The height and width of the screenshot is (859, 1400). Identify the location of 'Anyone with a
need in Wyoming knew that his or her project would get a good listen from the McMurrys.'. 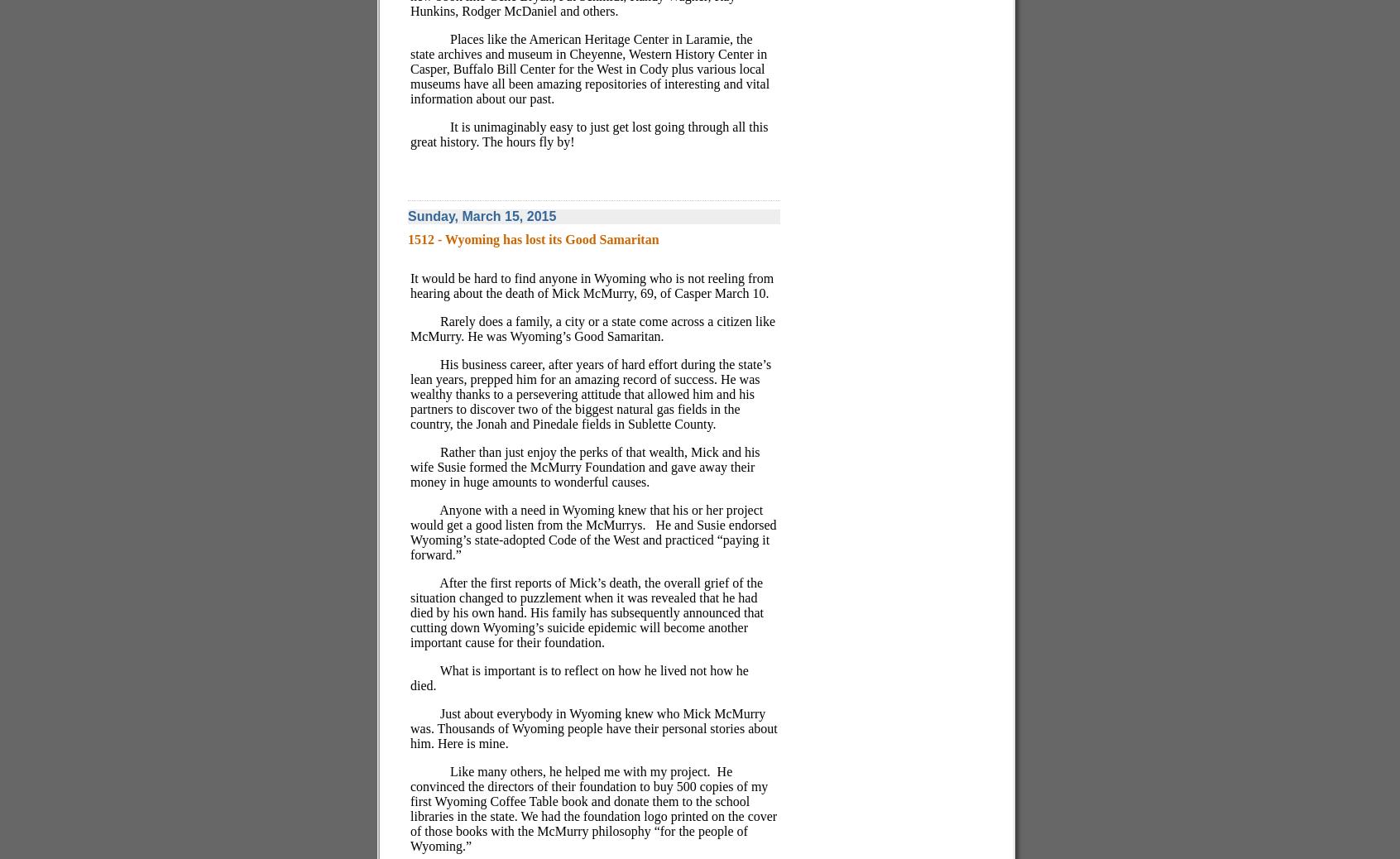
(585, 516).